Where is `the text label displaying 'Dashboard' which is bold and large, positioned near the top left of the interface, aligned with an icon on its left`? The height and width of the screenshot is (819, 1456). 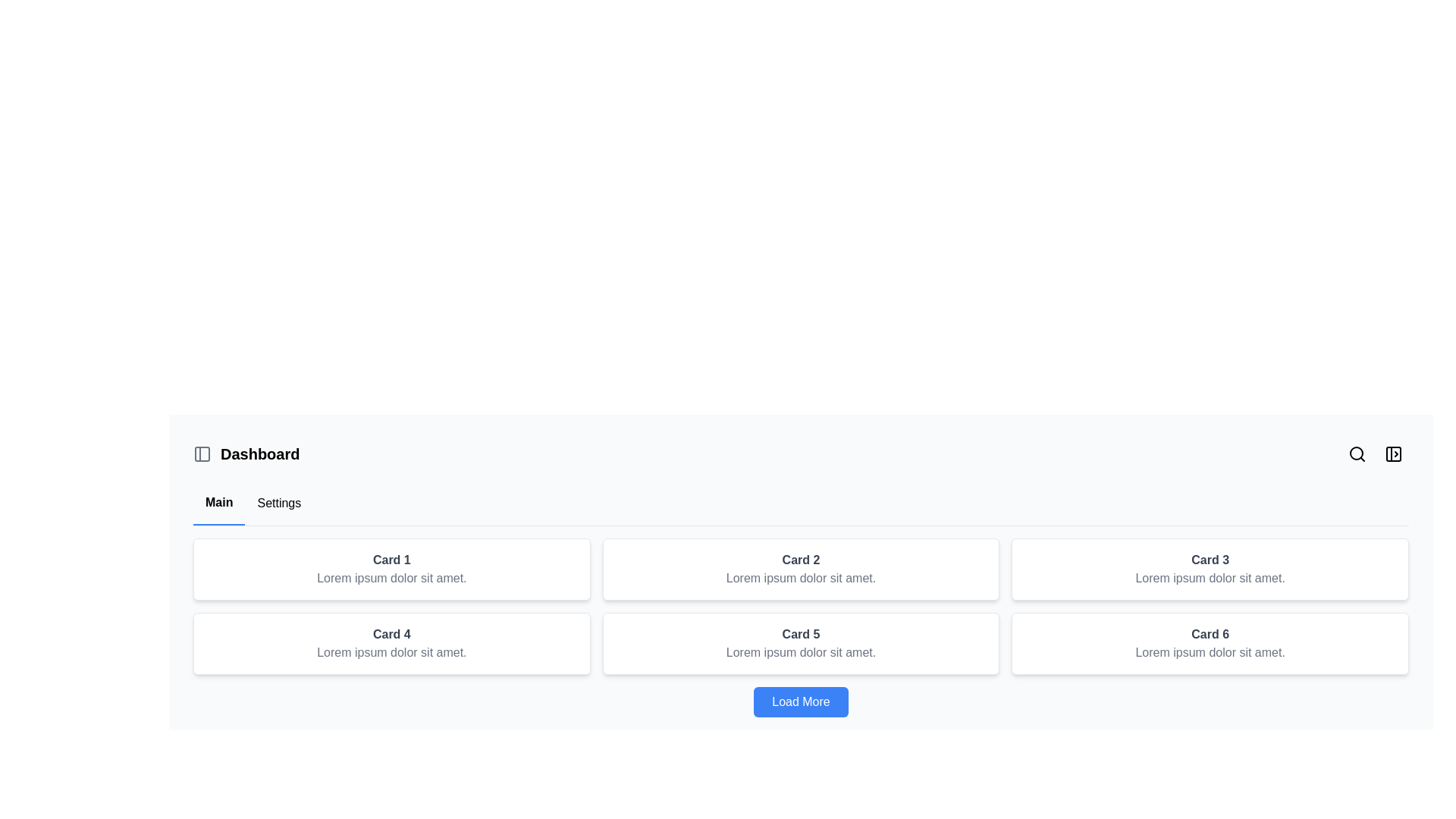 the text label displaying 'Dashboard' which is bold and large, positioned near the top left of the interface, aligned with an icon on its left is located at coordinates (260, 453).